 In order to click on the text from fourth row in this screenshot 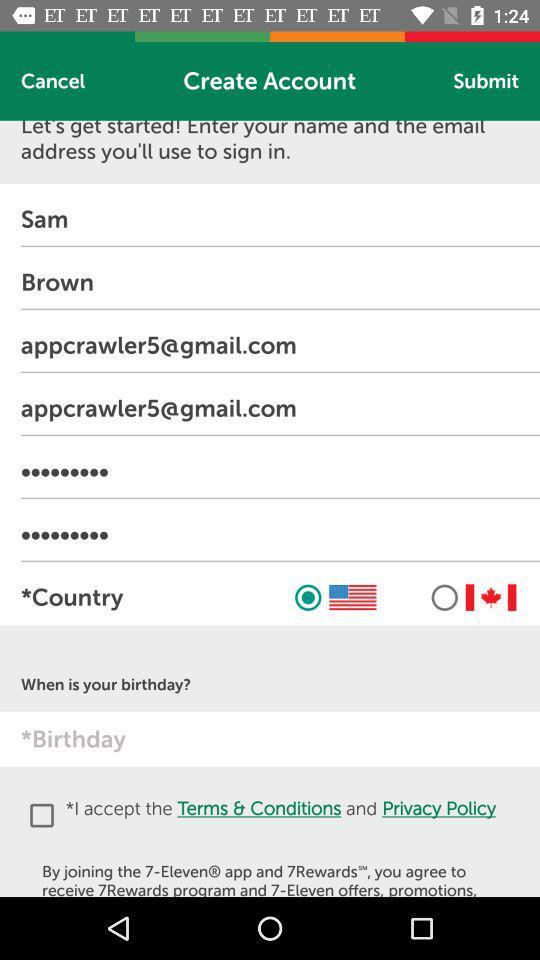, I will do `click(279, 407)`.